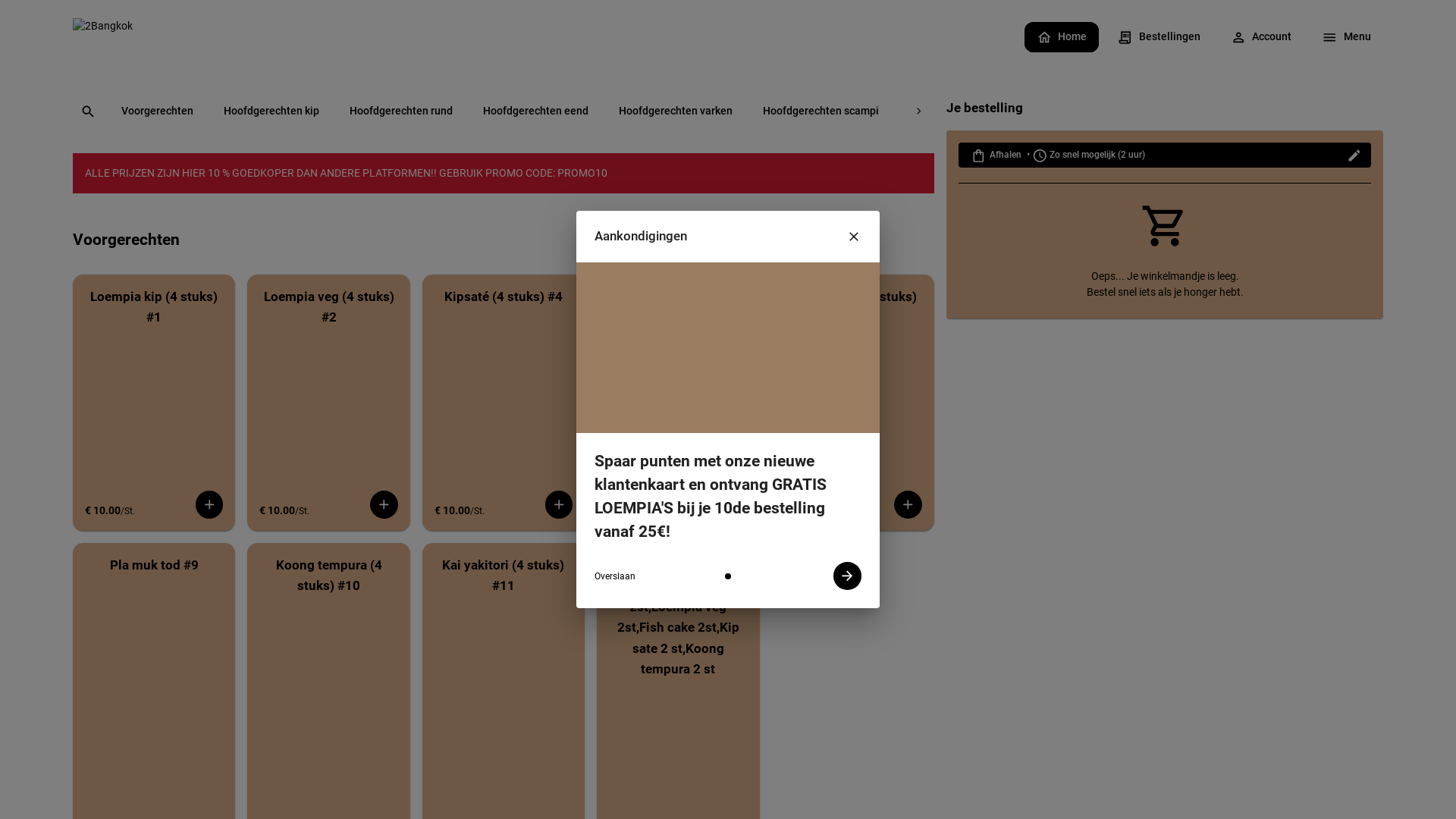  What do you see at coordinates (820, 111) in the screenshot?
I see `'Hoofdgerechten scampi'` at bounding box center [820, 111].